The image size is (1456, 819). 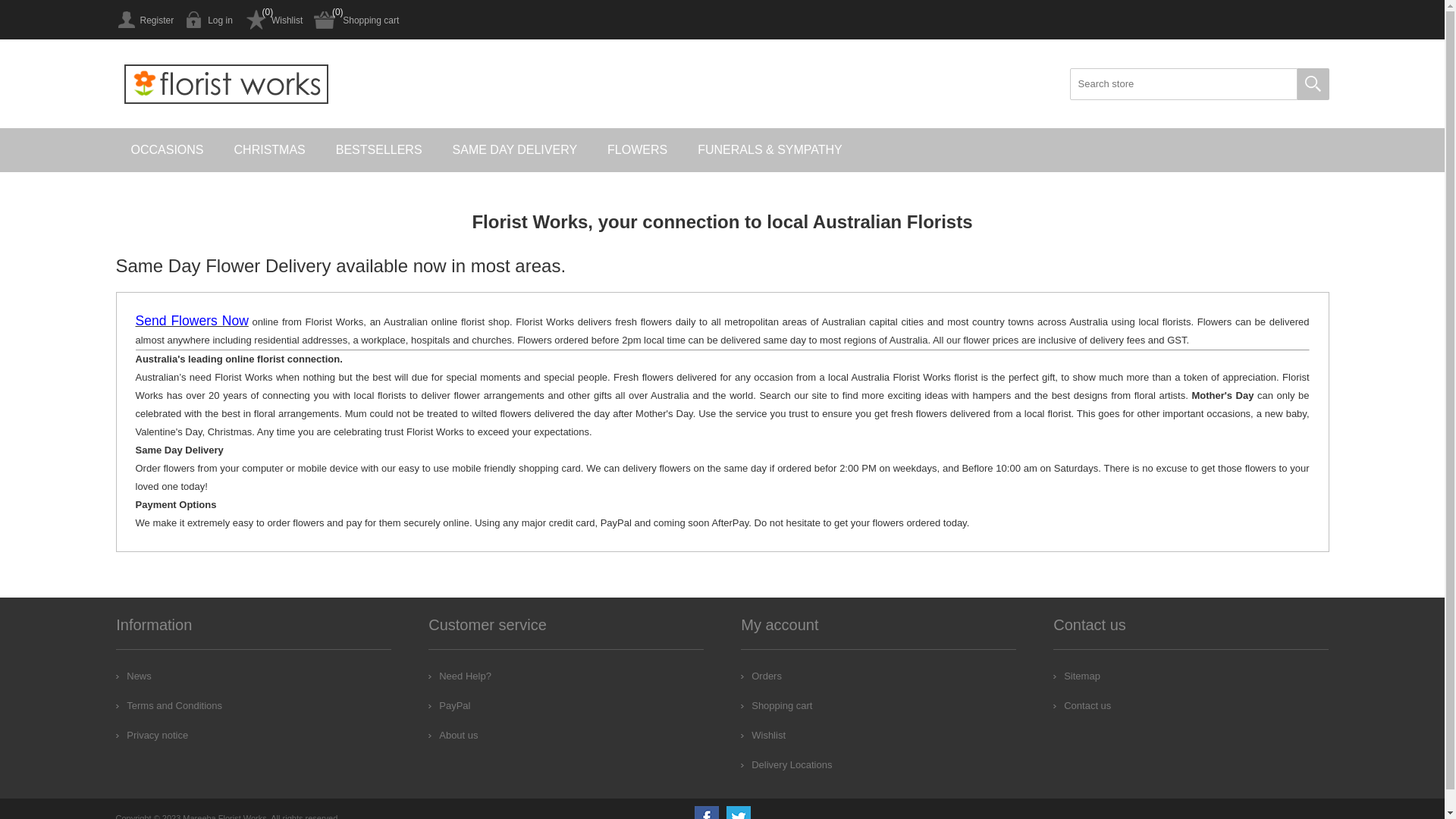 I want to click on 'Log in', so click(x=208, y=20).